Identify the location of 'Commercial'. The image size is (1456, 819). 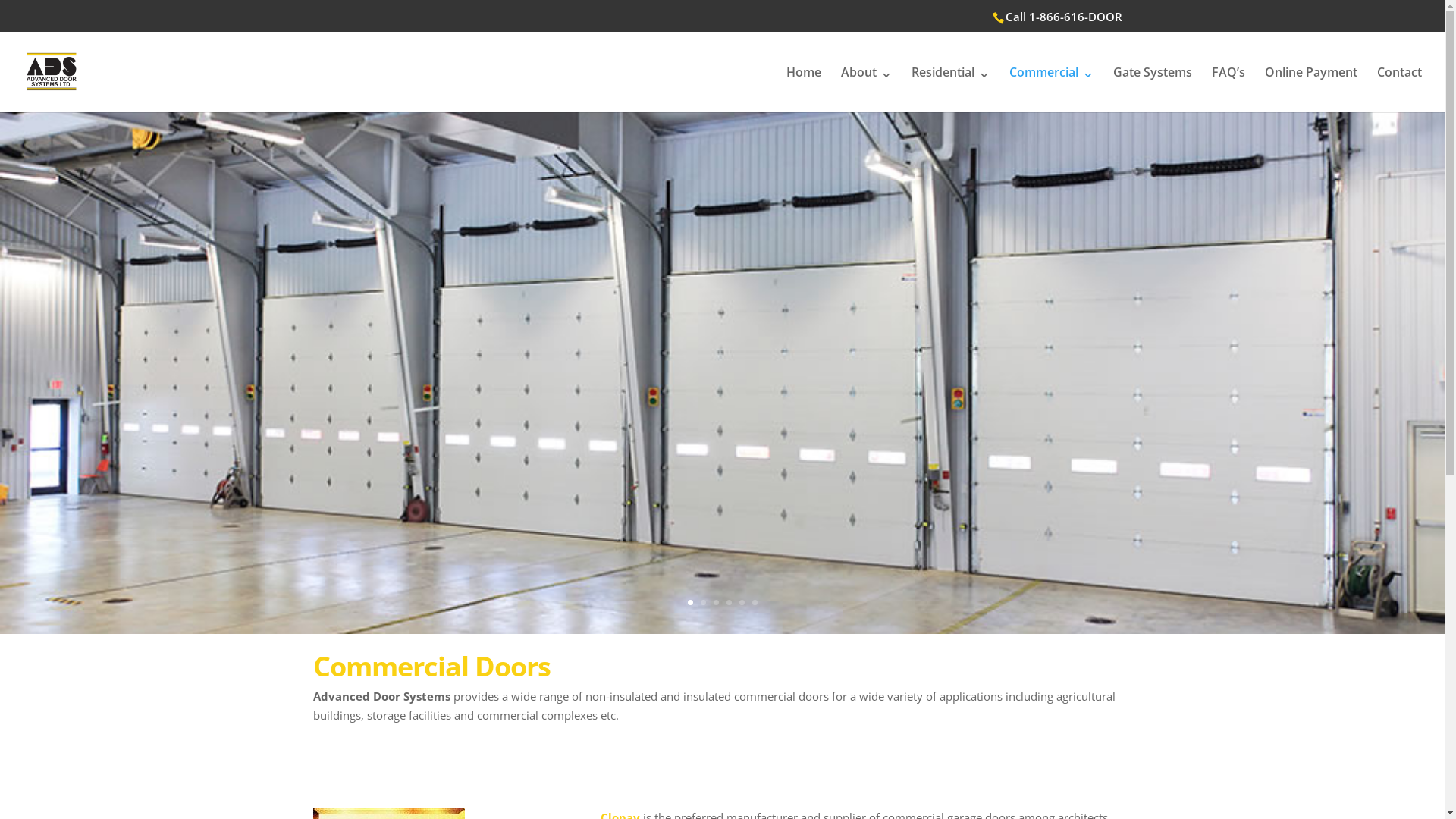
(1009, 89).